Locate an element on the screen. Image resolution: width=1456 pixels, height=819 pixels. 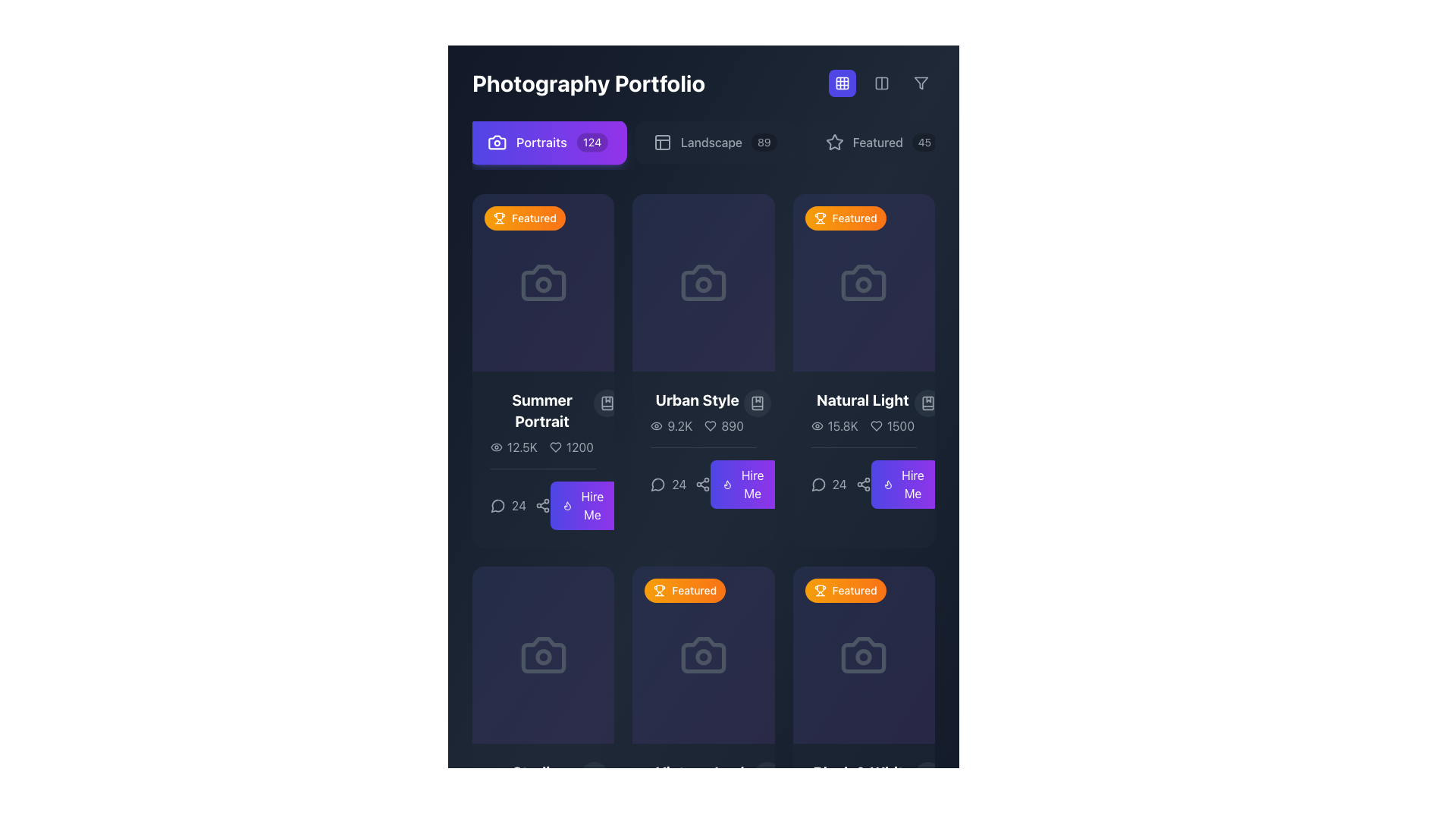
the text label element displaying the photograph's title and metrics is located at coordinates (542, 423).